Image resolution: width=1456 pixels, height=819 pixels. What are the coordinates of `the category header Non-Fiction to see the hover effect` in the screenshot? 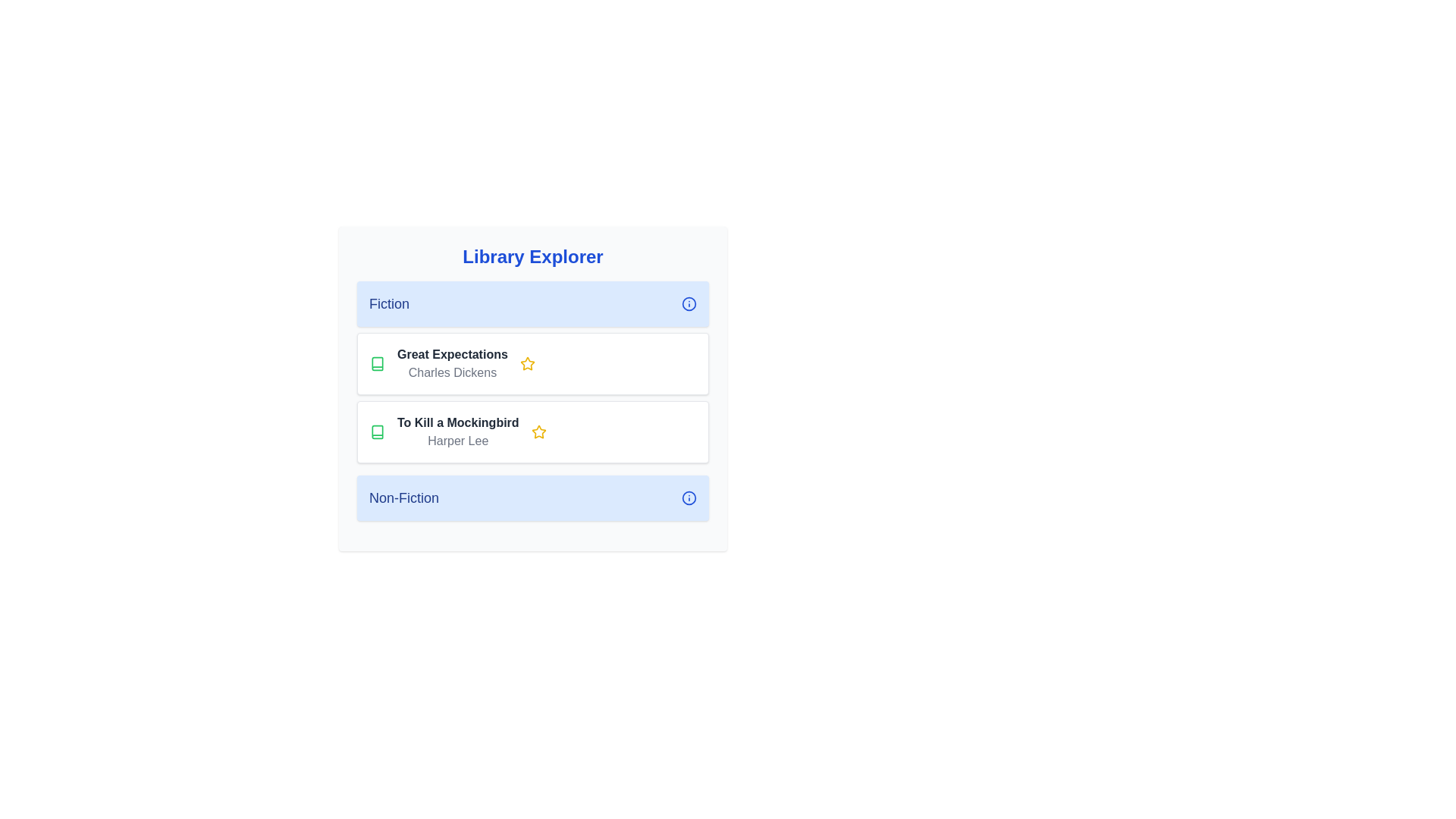 It's located at (532, 497).